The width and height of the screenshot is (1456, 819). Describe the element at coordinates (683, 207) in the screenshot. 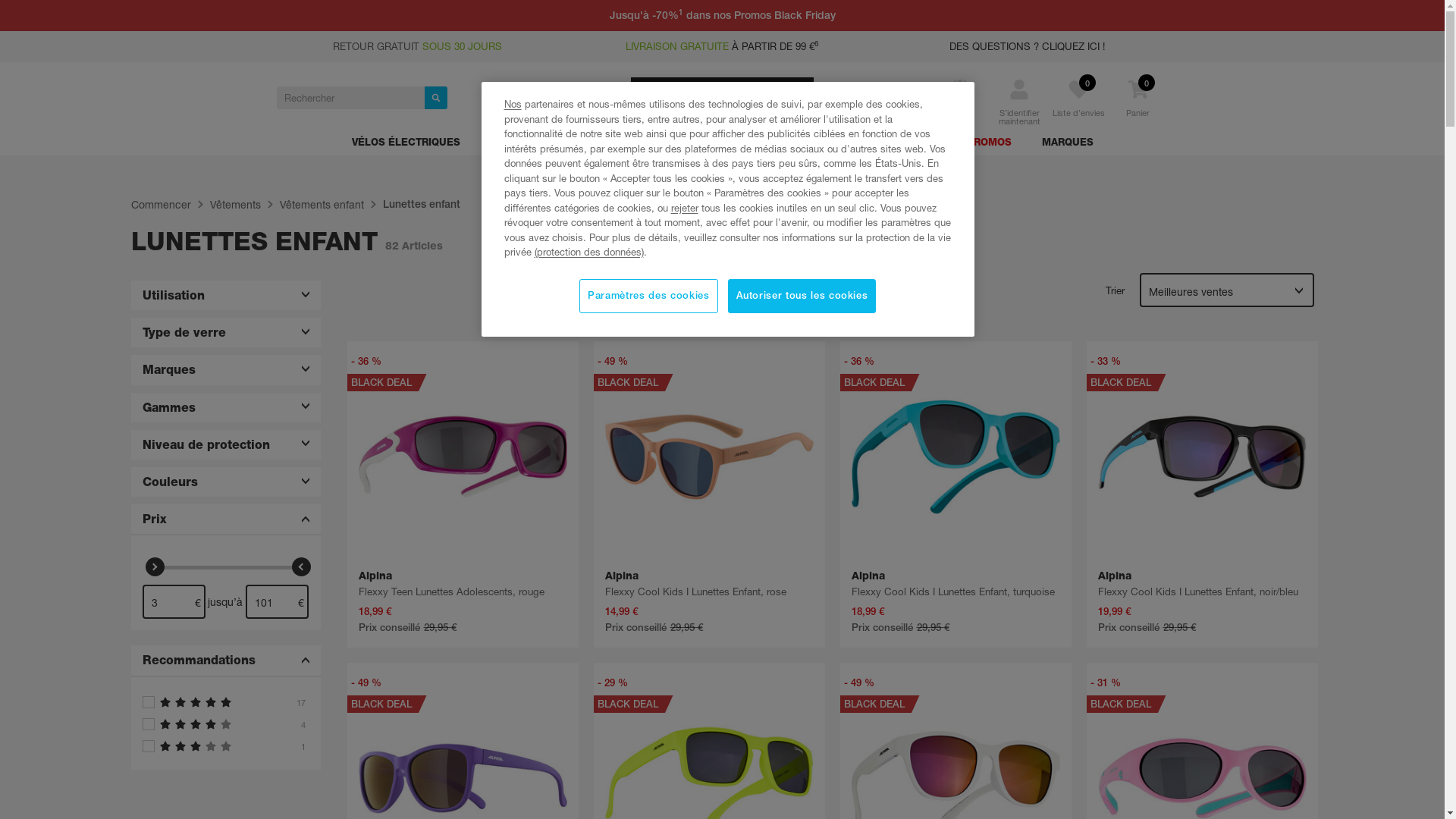

I see `'rejeter'` at that location.